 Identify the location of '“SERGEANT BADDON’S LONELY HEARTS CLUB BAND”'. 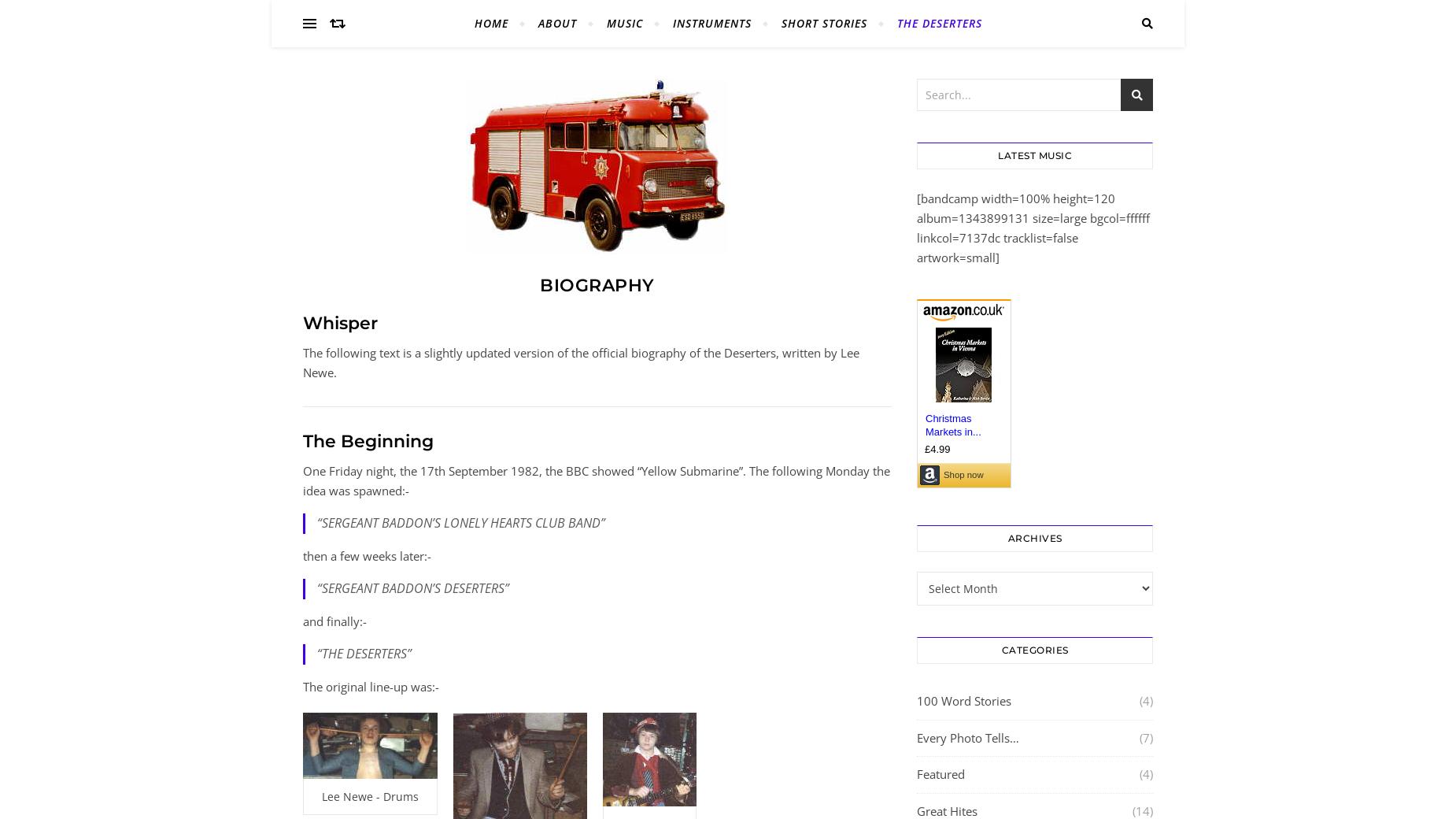
(461, 523).